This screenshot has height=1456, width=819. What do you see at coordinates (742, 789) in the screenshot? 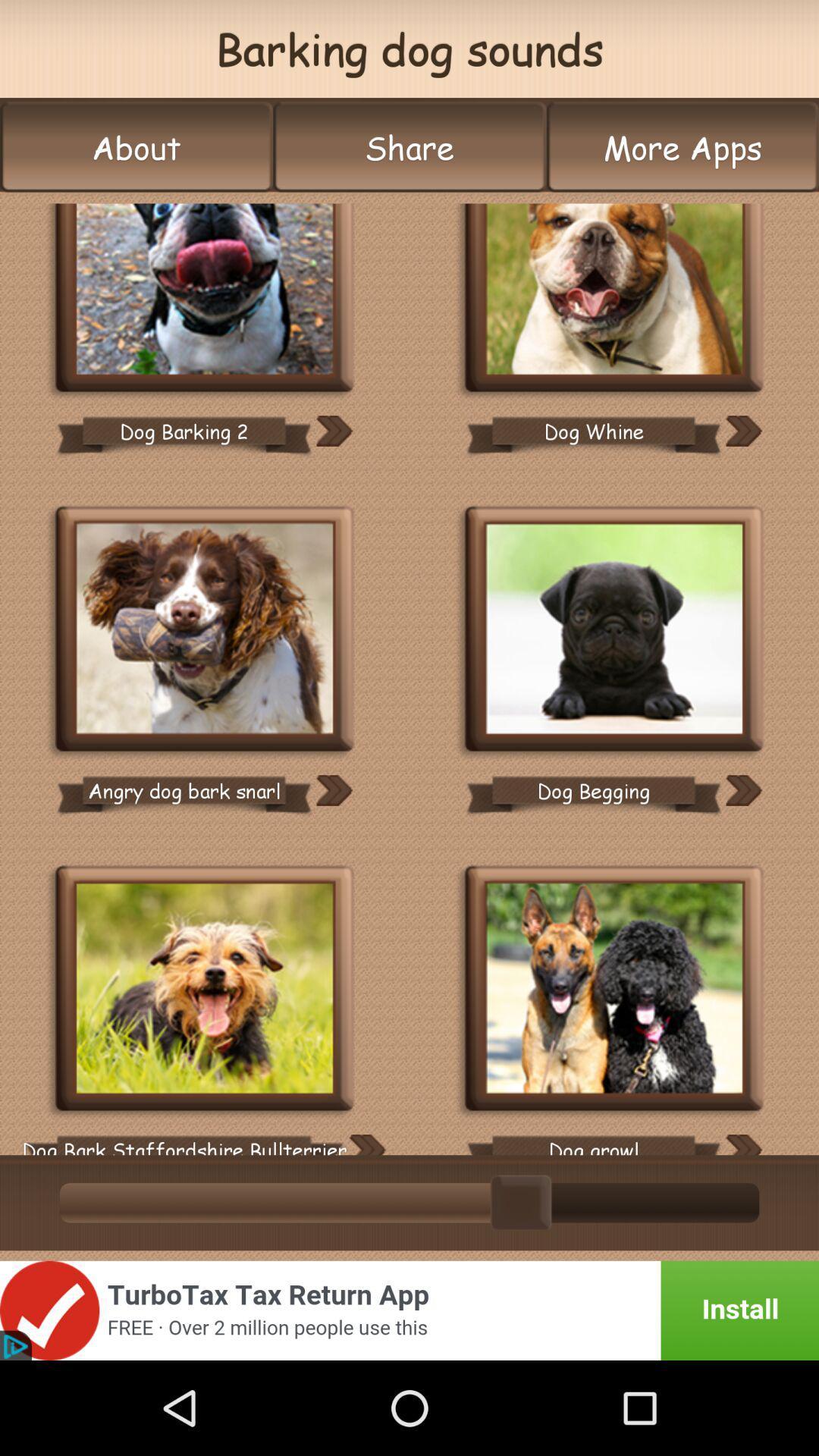
I see `move option` at bounding box center [742, 789].